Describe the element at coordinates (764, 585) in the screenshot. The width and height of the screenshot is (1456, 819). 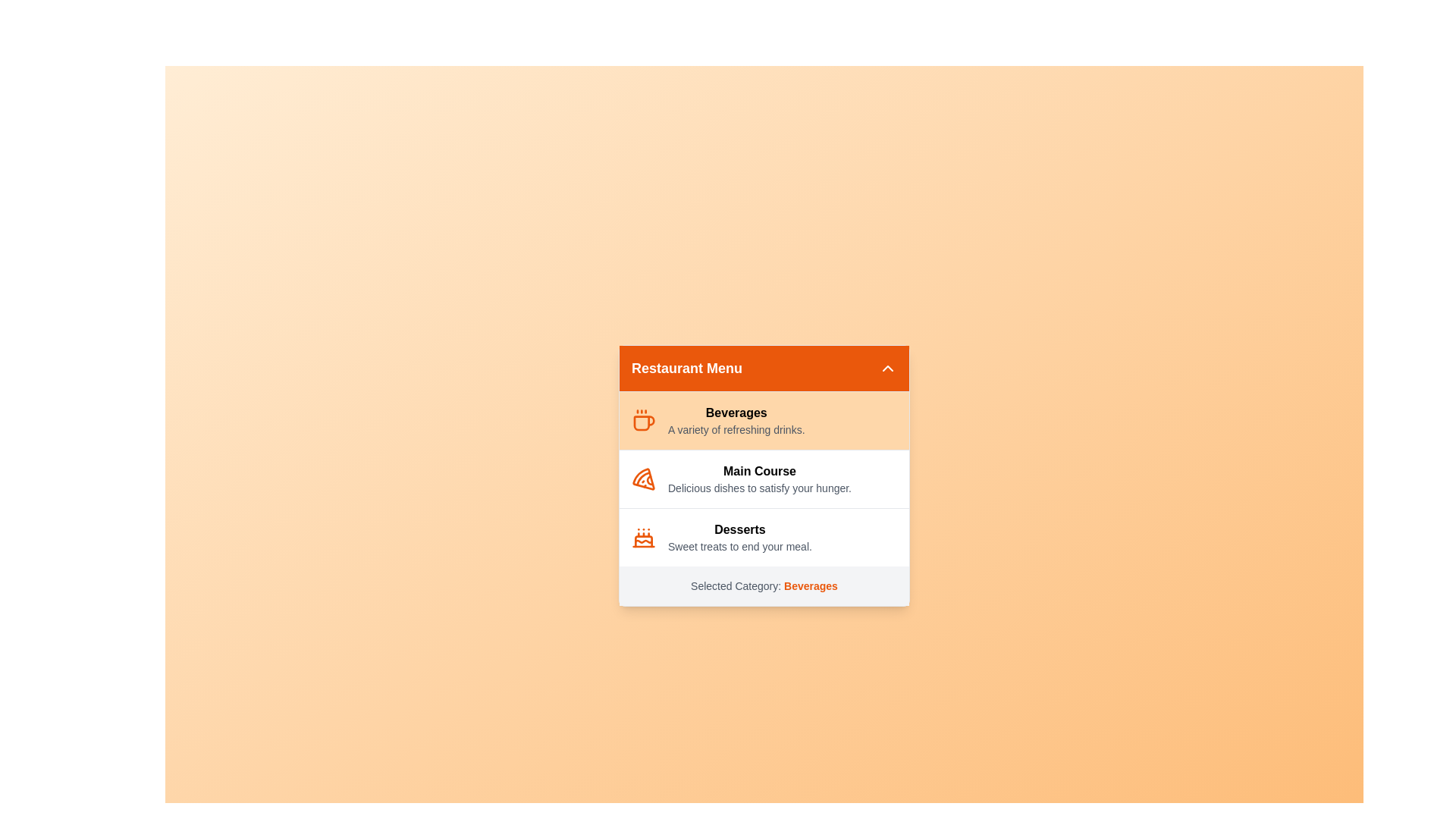
I see `the text 'Selected Category: Beverages' at the bottom of the menu` at that location.